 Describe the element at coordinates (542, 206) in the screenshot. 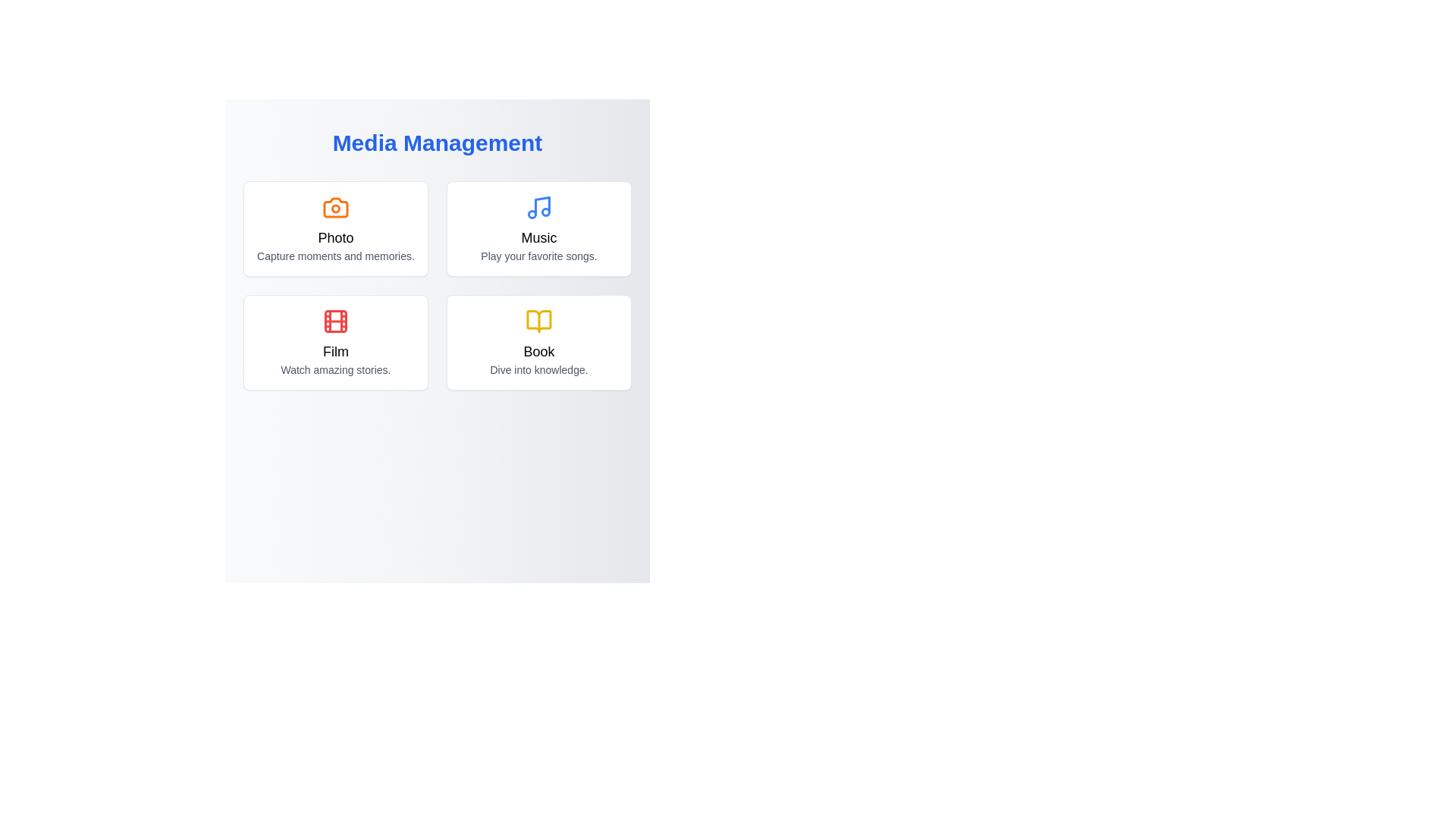

I see `the graphic icon resembling a musical note stem, which is part of the 'Music' button located in the top row of four buttons in a two-by-two grid layout` at that location.